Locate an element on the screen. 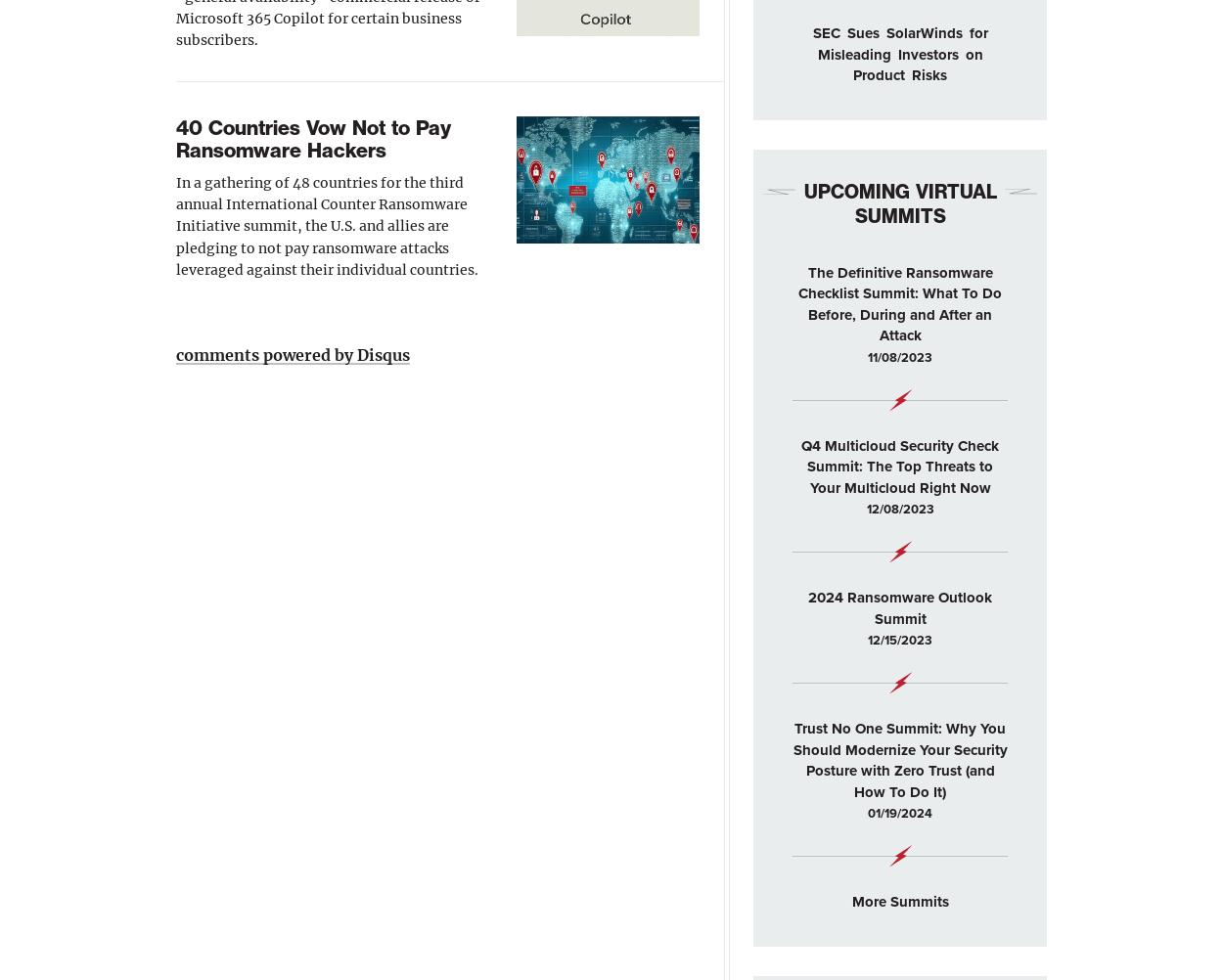 This screenshot has width=1223, height=980. 'Disqus' is located at coordinates (384, 354).